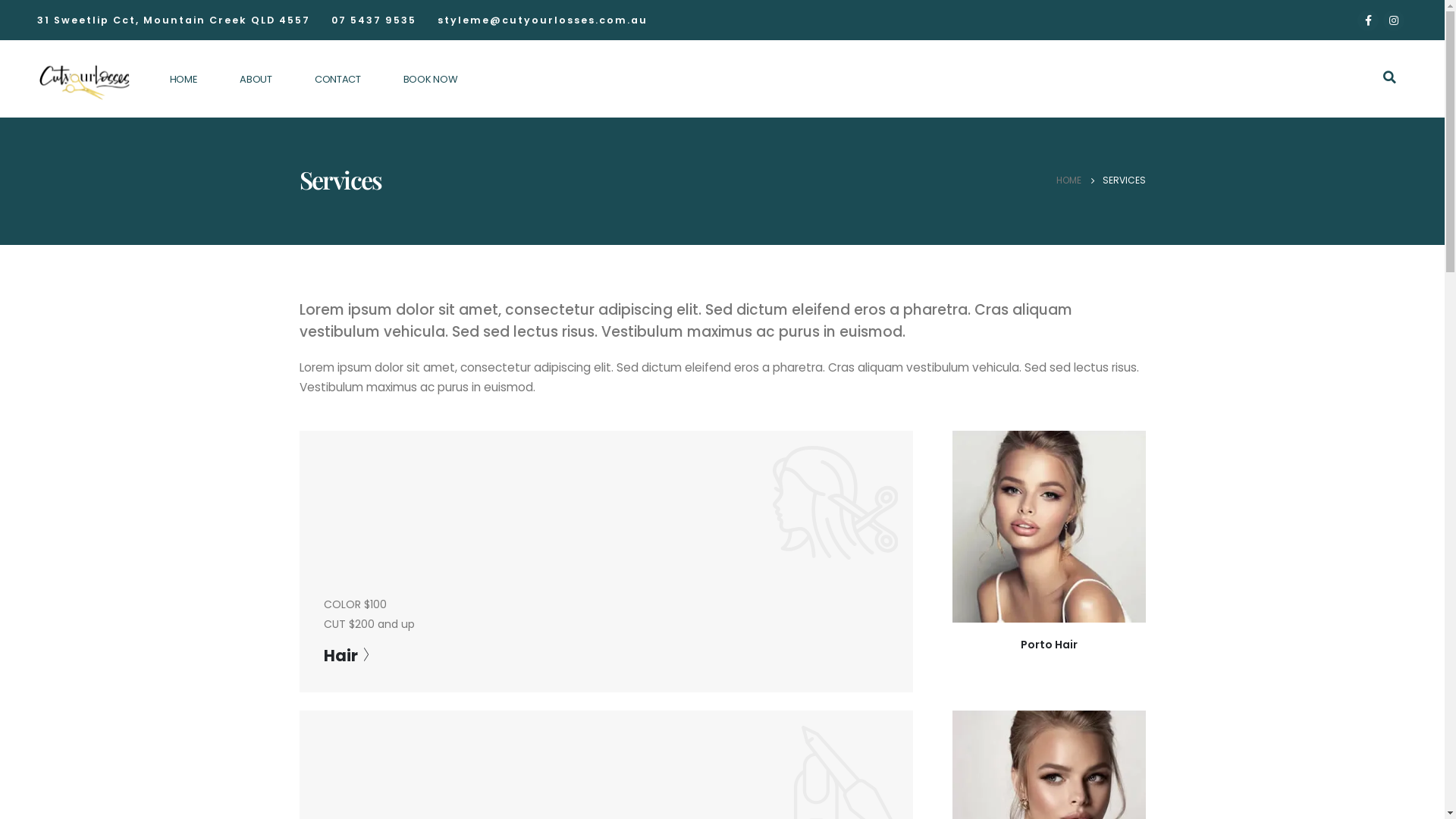 Image resolution: width=1456 pixels, height=819 pixels. Describe the element at coordinates (82, 79) in the screenshot. I see `'Cut Your Losses - Hair and Beauty Salon Mountain Creek'` at that location.